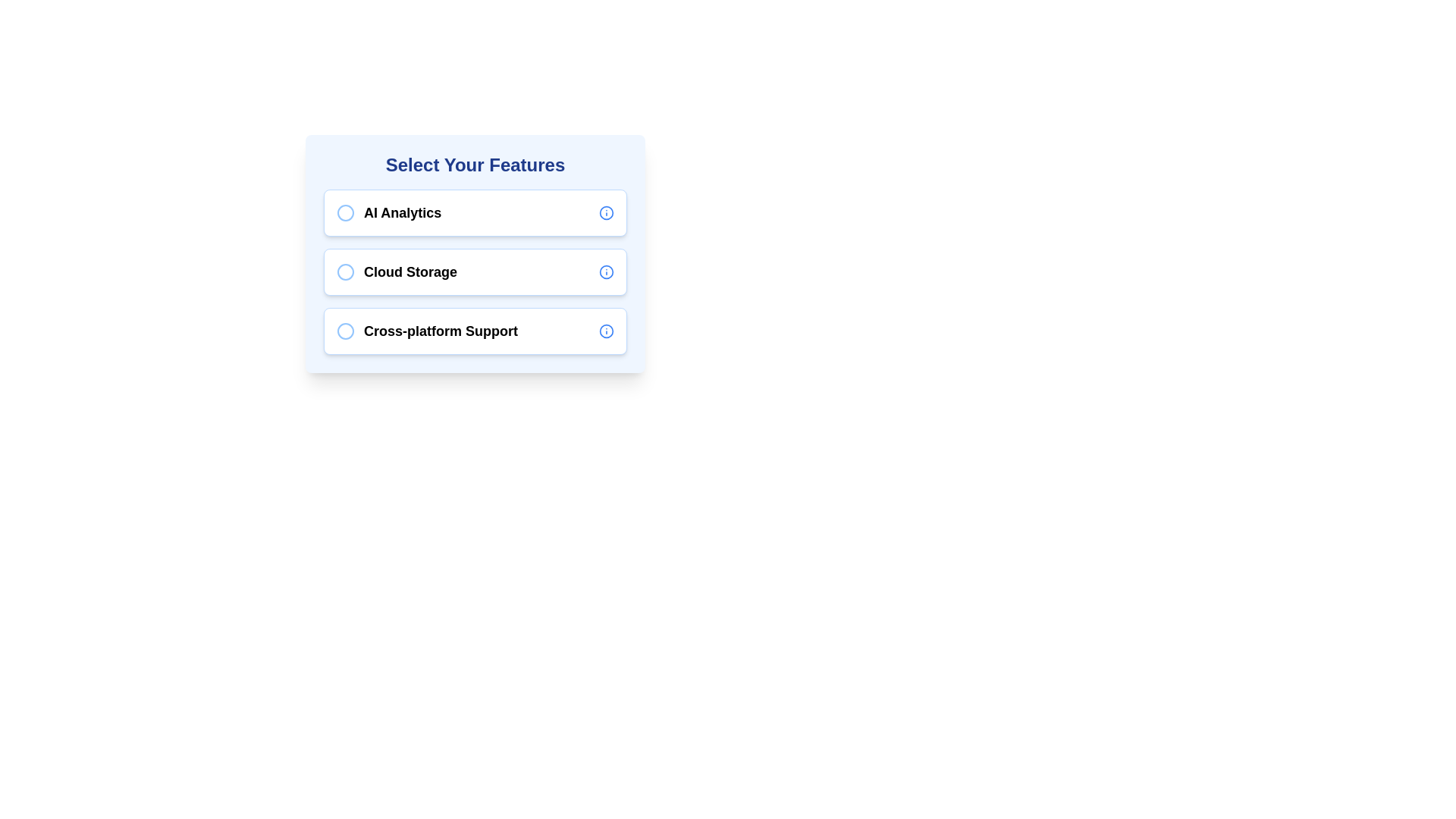 This screenshot has height=819, width=1456. What do you see at coordinates (345, 213) in the screenshot?
I see `the small hollow blue circle graphic located at the center of the icon space beside the 'AI Analytics' list item` at bounding box center [345, 213].